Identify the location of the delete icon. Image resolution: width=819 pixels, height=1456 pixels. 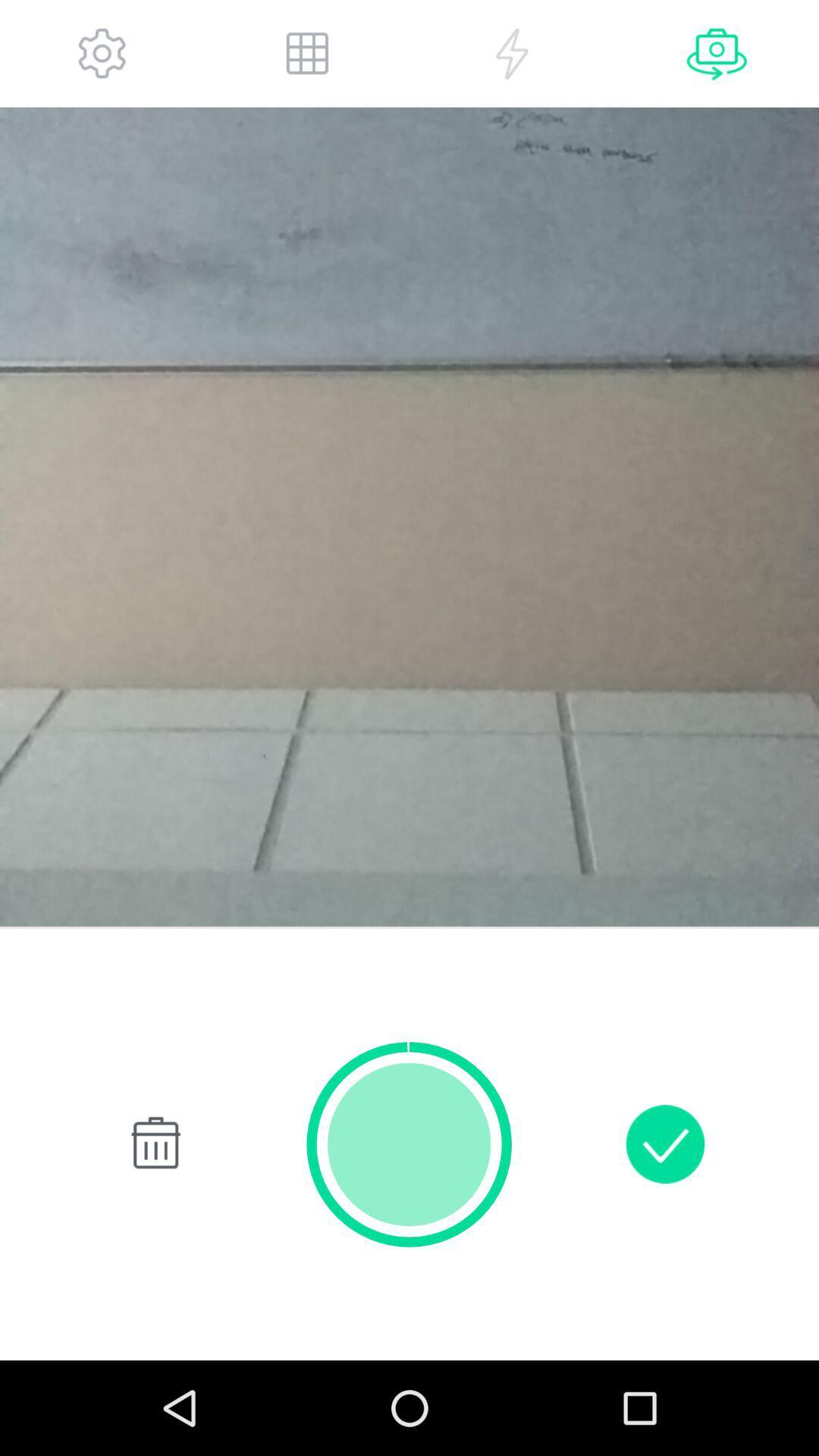
(152, 1224).